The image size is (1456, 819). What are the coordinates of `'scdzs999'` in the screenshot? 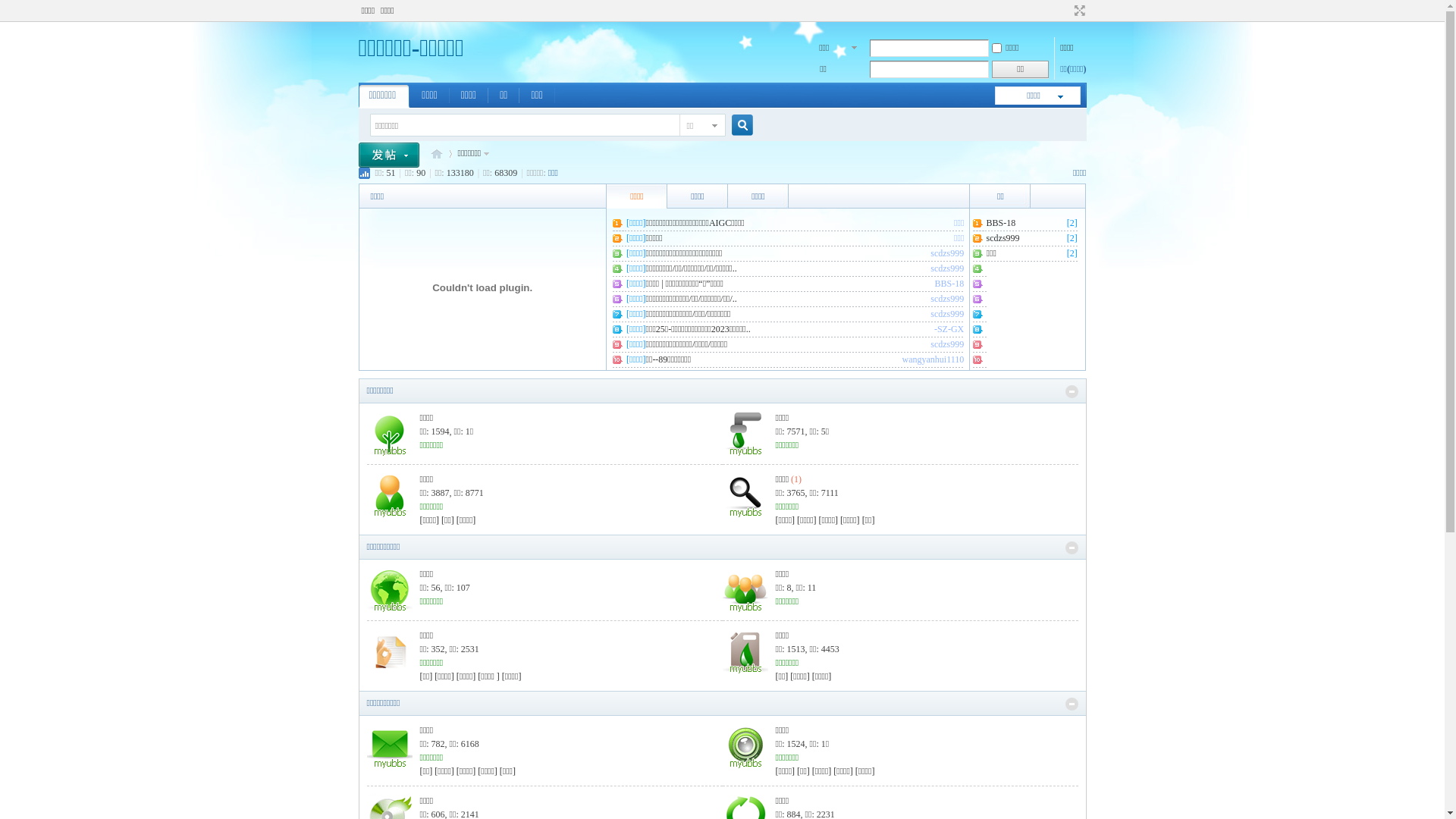 It's located at (930, 344).